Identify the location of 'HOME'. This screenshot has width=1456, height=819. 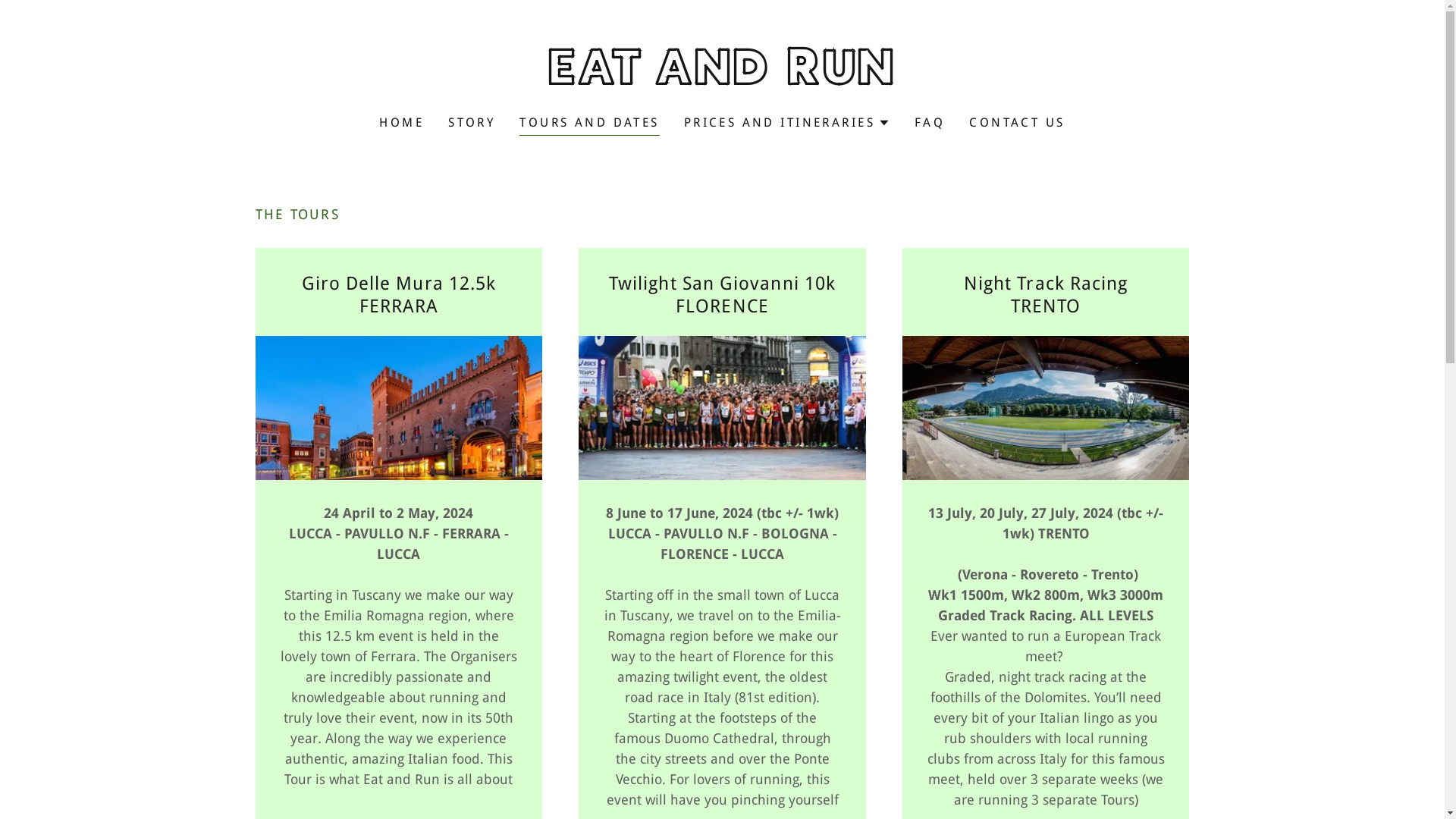
(401, 122).